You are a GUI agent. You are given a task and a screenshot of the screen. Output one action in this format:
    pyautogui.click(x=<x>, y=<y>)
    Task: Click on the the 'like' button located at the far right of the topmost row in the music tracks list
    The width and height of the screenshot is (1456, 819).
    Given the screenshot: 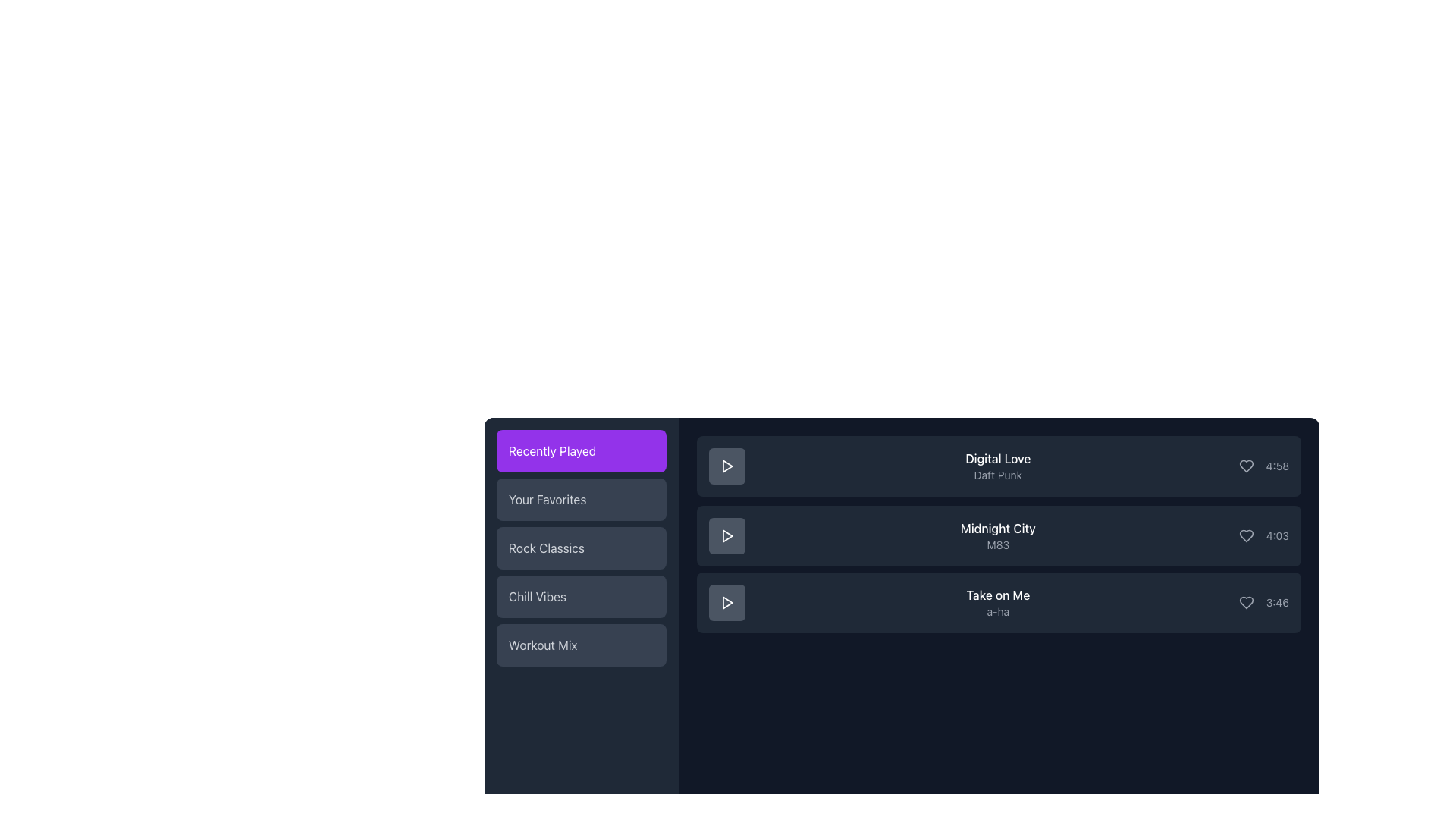 What is the action you would take?
    pyautogui.click(x=1246, y=465)
    